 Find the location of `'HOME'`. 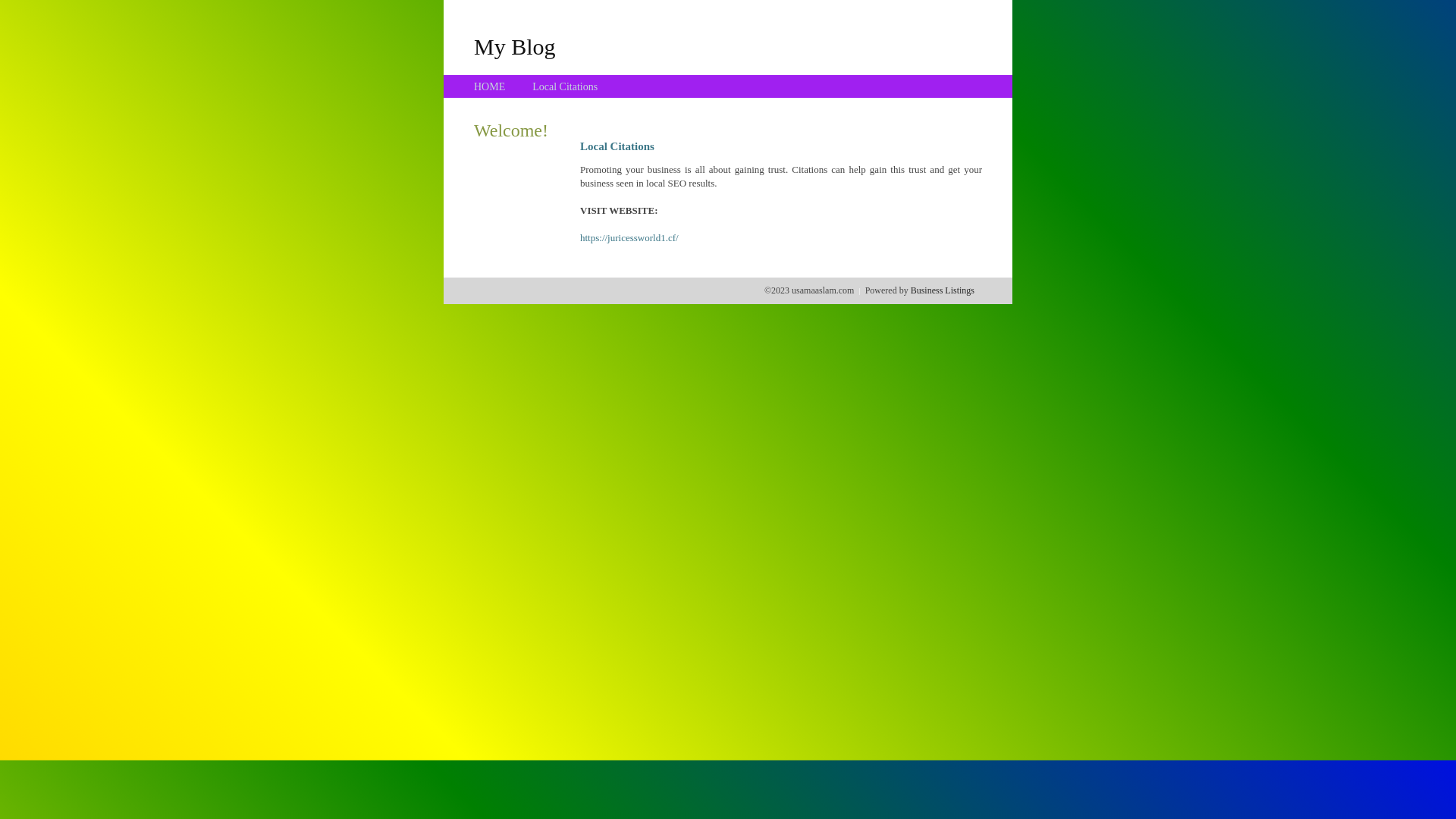

'HOME' is located at coordinates (489, 86).